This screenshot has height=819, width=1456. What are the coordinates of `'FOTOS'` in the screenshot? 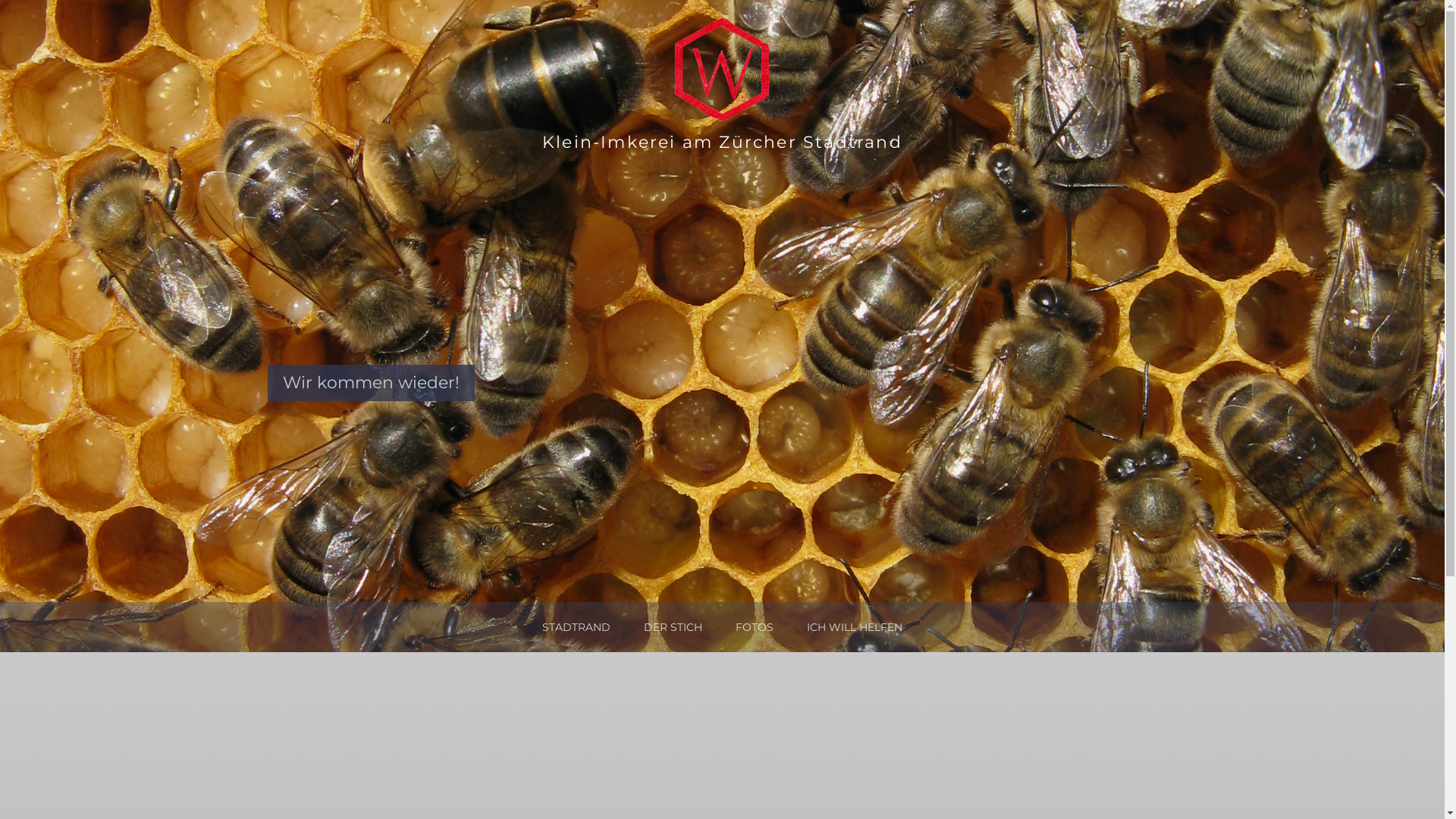 It's located at (754, 626).